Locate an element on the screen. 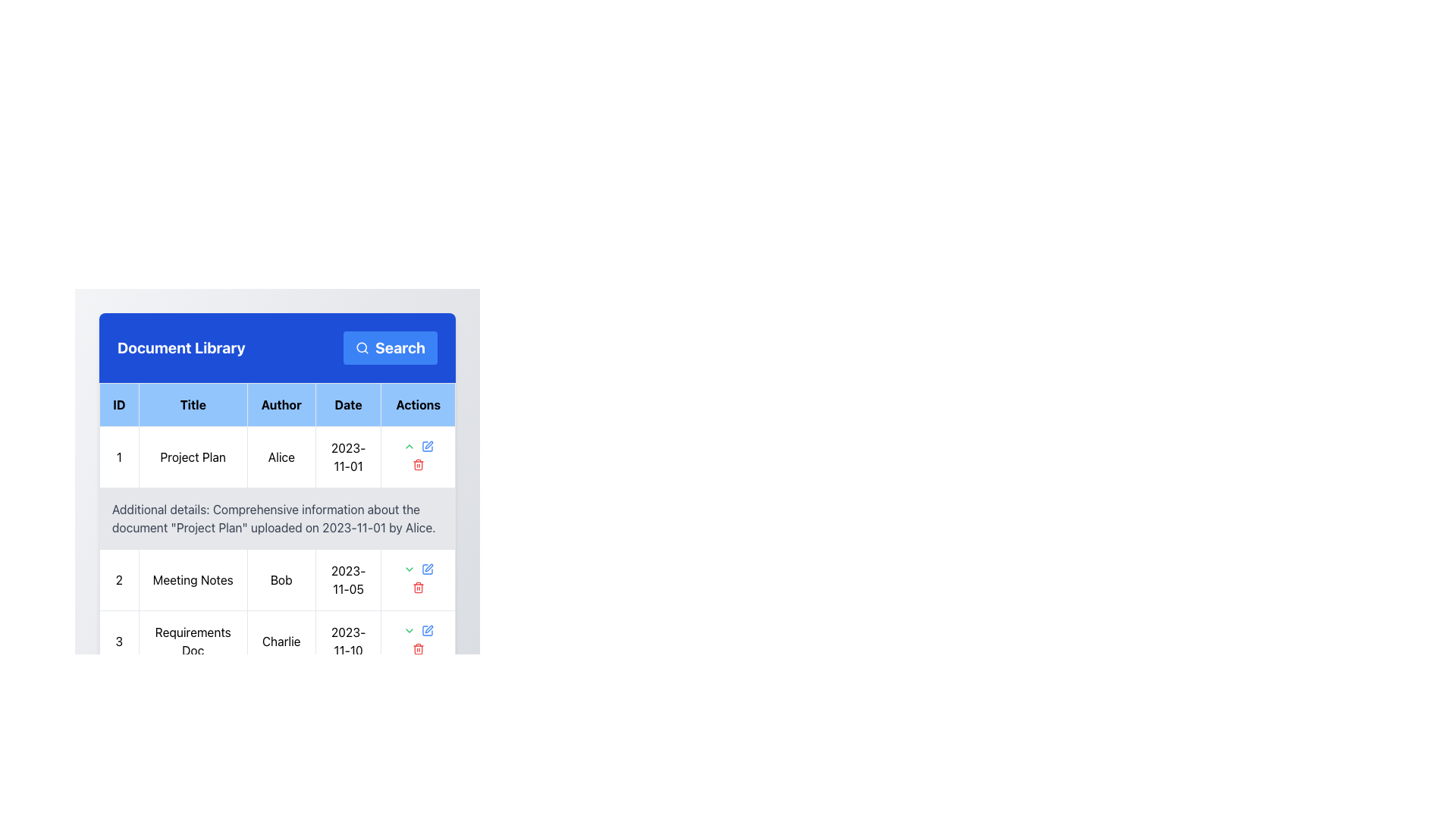  the 'Author' label in the third row of the table that shows the author's name associated with the document entry is located at coordinates (281, 641).